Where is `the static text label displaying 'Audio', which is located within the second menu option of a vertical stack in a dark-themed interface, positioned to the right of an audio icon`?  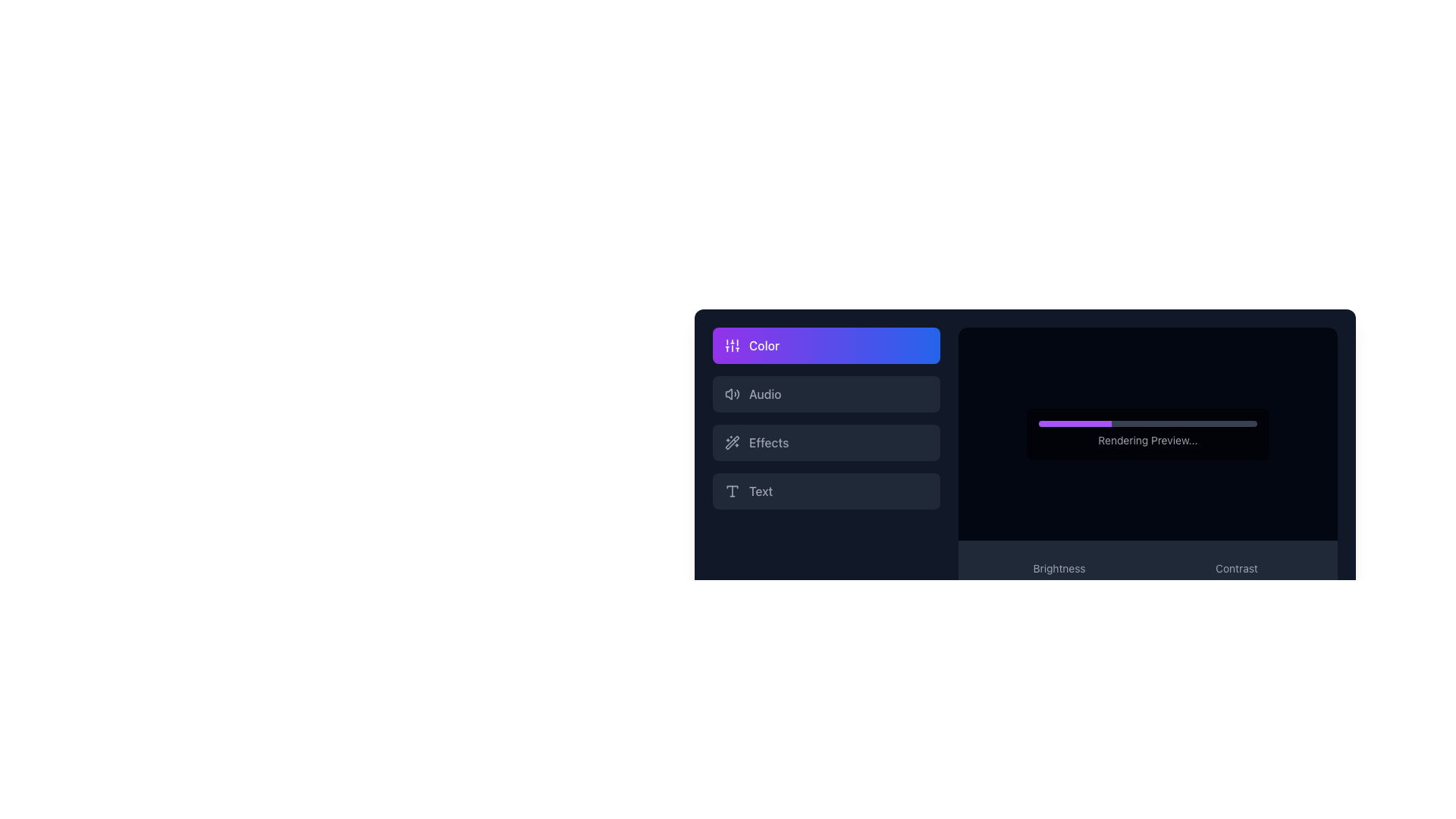
the static text label displaying 'Audio', which is located within the second menu option of a vertical stack in a dark-themed interface, positioned to the right of an audio icon is located at coordinates (765, 394).